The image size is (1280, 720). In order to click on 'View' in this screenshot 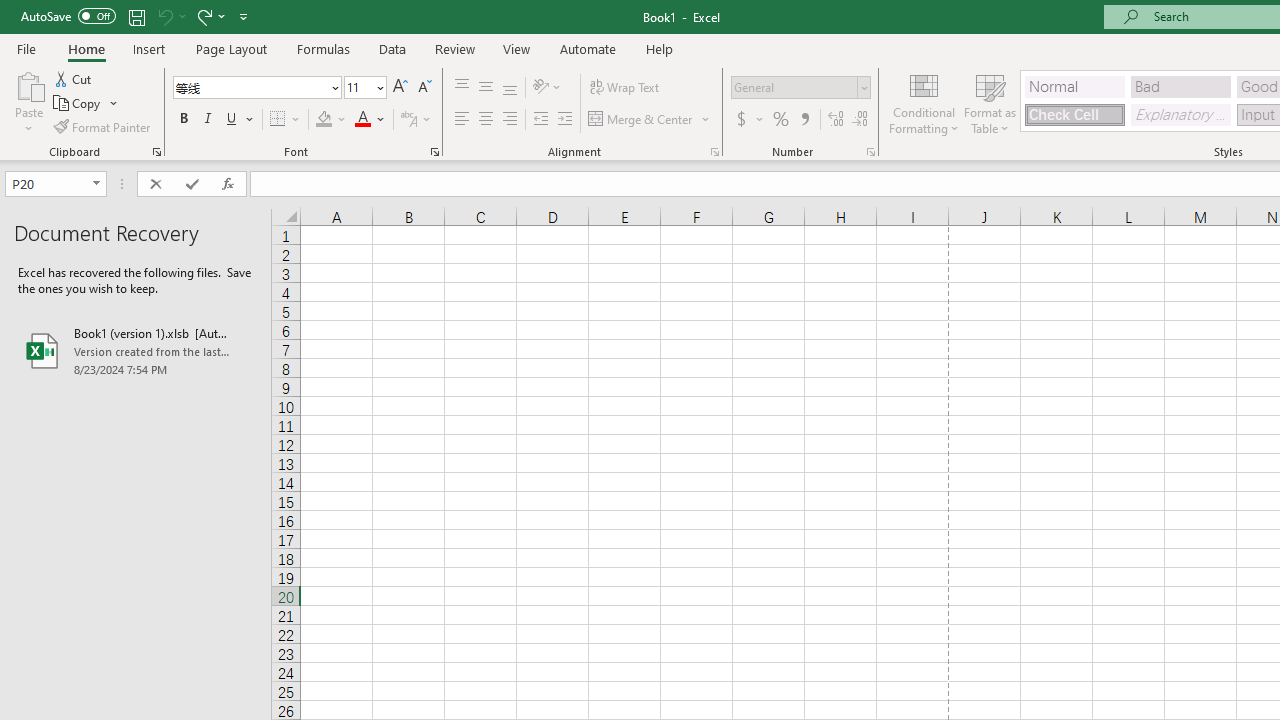, I will do `click(517, 48)`.